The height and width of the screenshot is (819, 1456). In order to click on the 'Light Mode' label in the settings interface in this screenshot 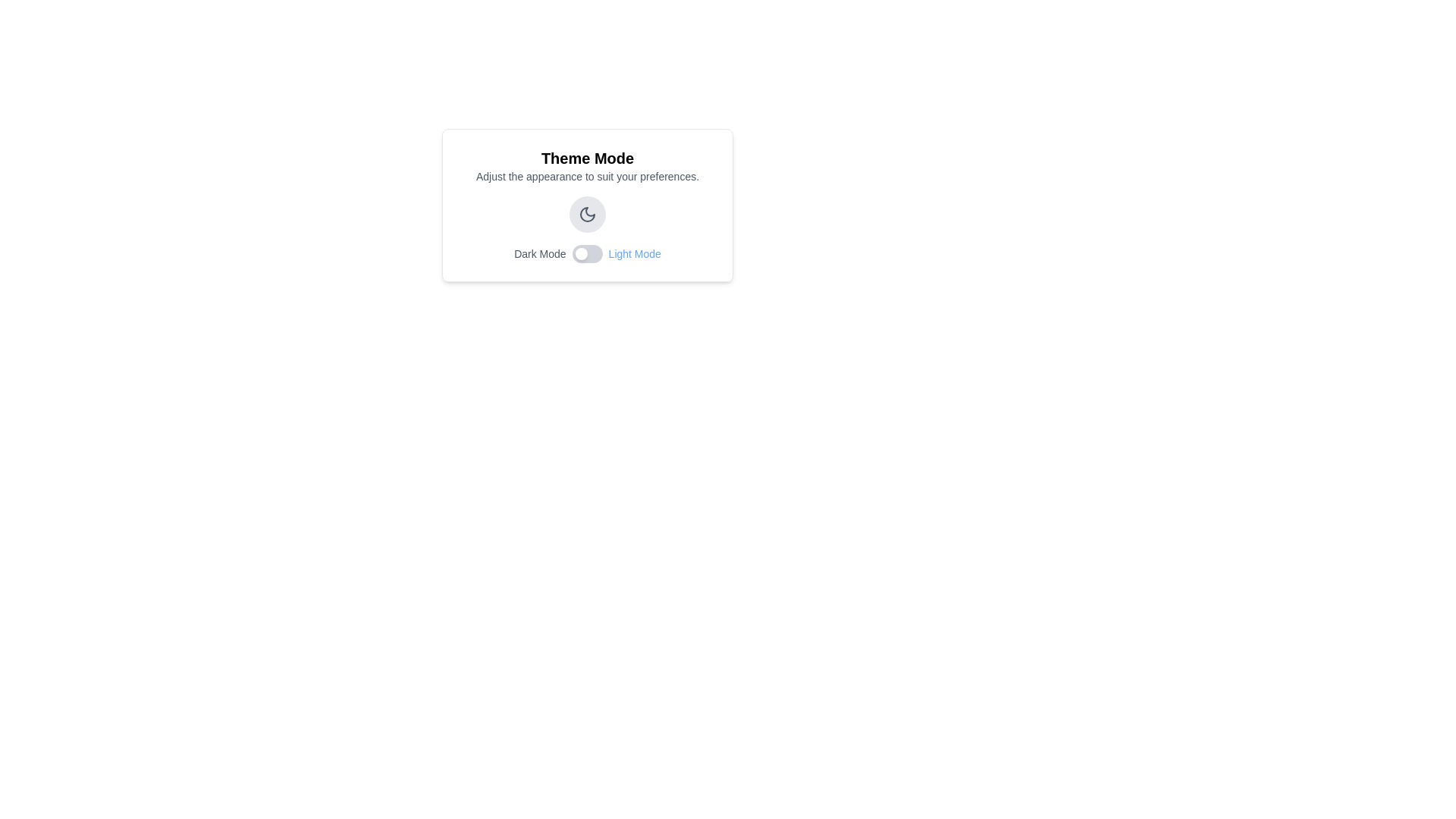, I will do `click(635, 253)`.